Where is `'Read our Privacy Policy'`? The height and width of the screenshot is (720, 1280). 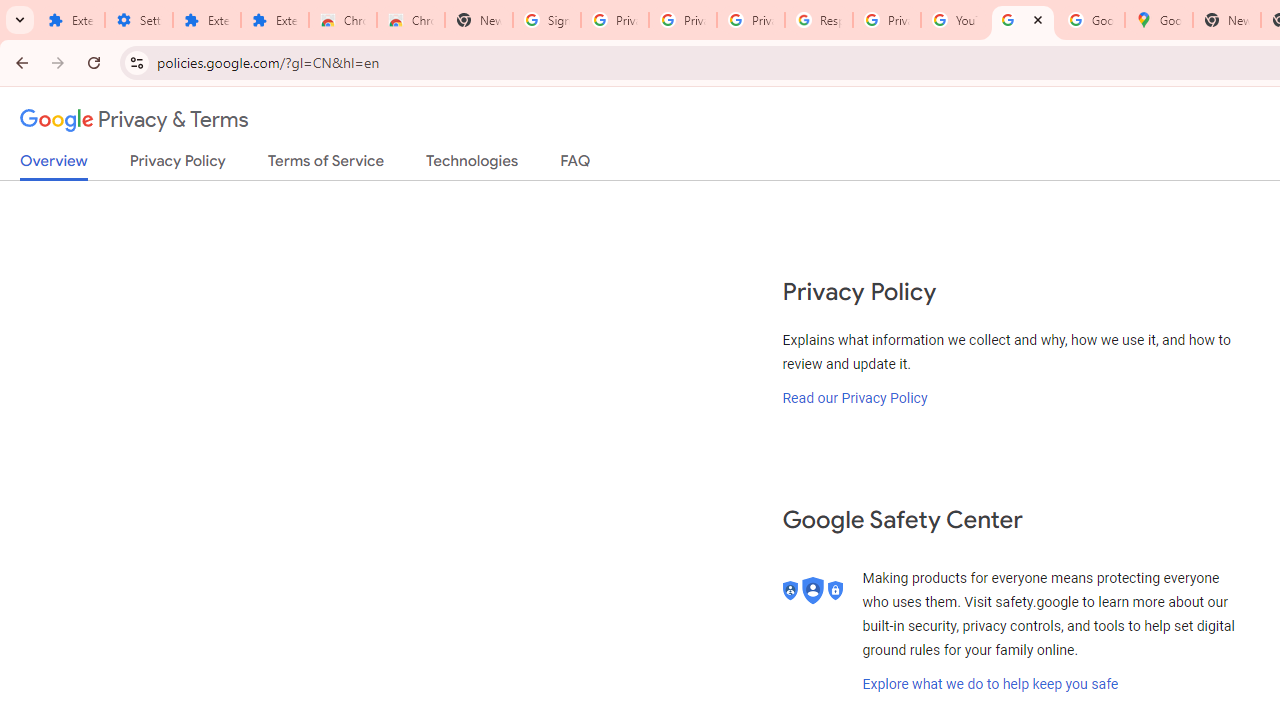
'Read our Privacy Policy' is located at coordinates (855, 397).